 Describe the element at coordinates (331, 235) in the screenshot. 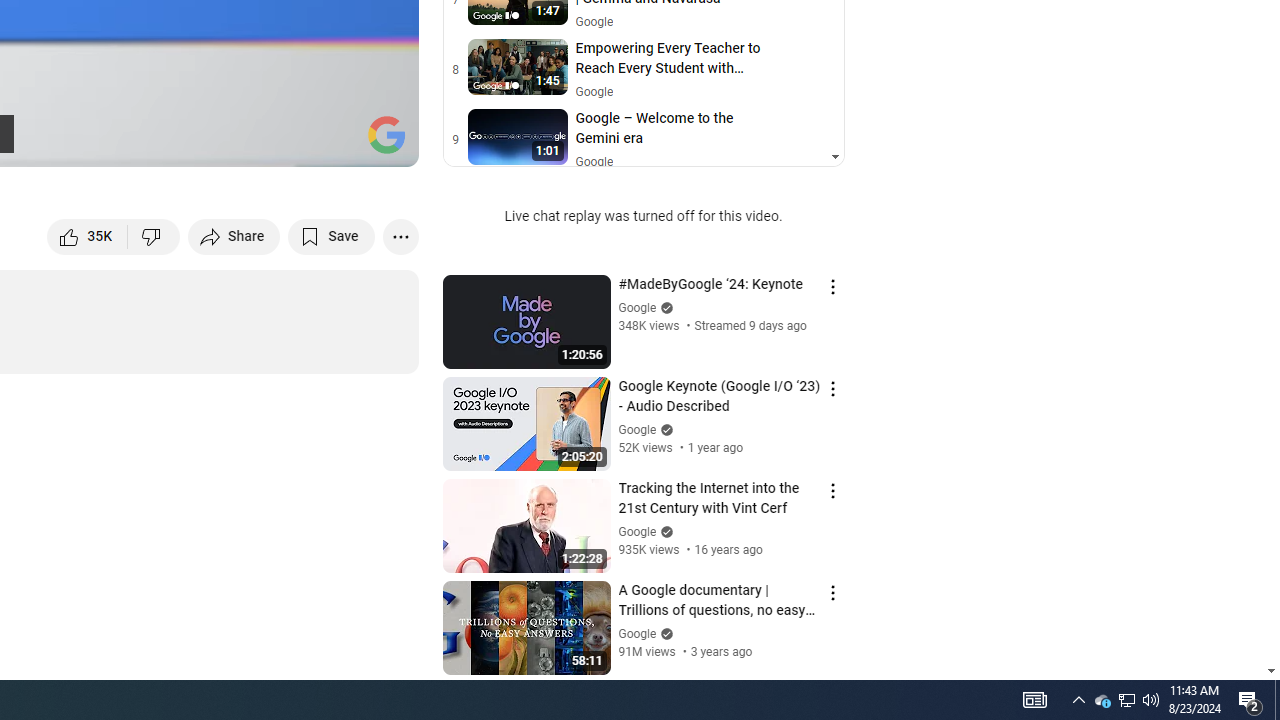

I see `'Save to playlist'` at that location.